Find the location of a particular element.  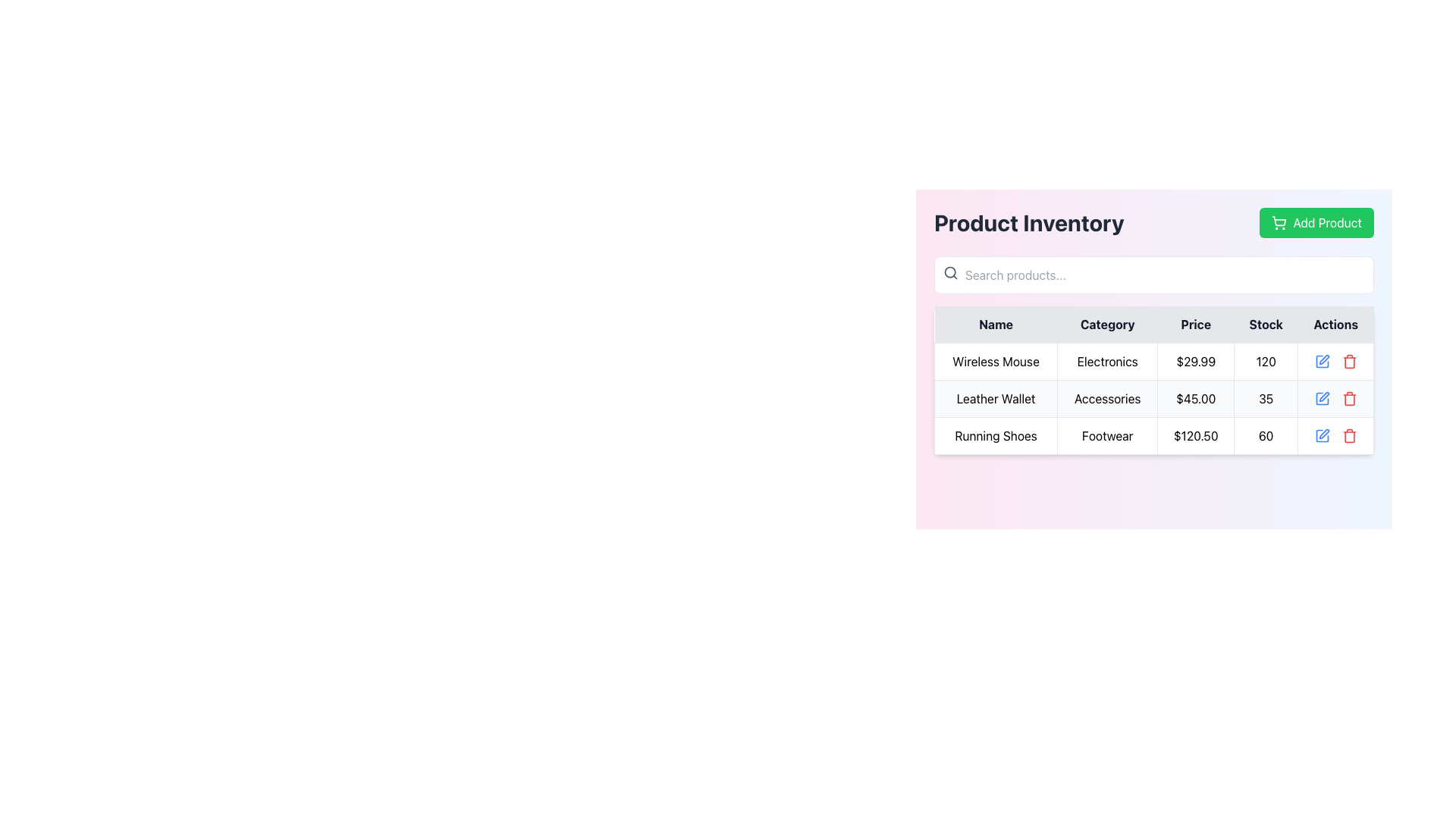

the 'Add Product' button in the top-right corner of the 'Product Inventory' panel to change its background color is located at coordinates (1316, 222).